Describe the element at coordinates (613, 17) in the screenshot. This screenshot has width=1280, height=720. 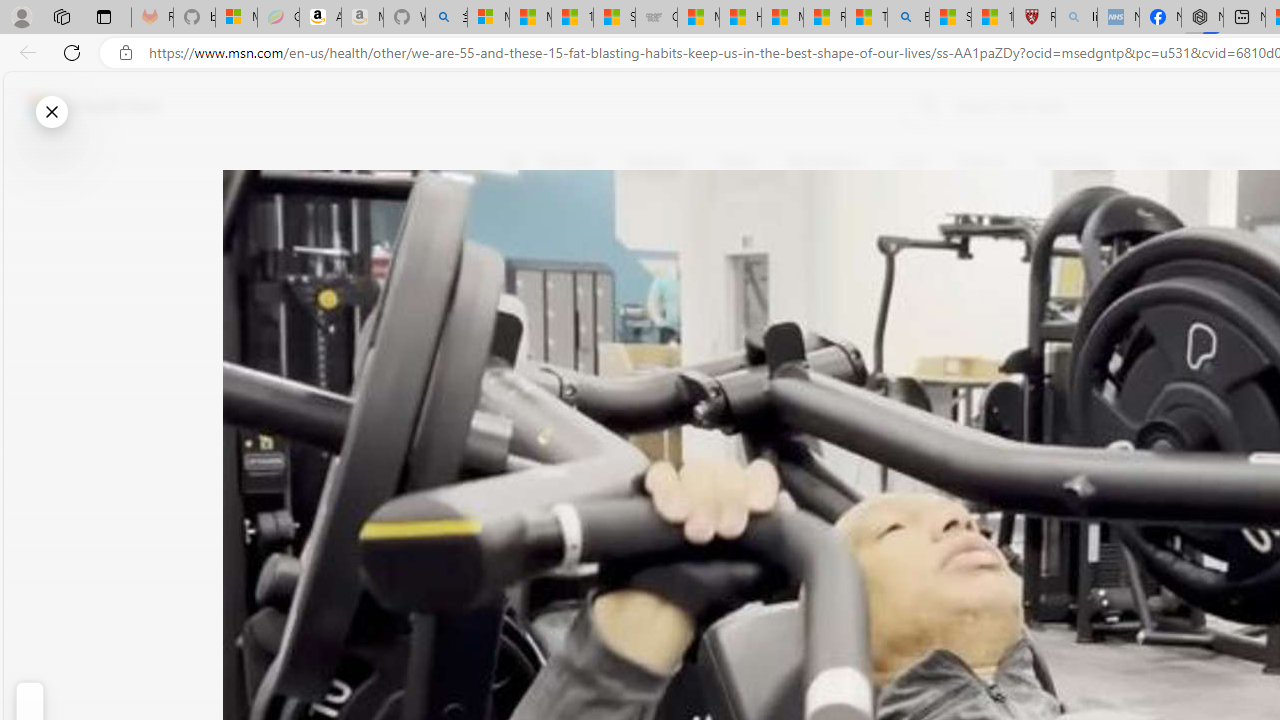
I see `'Stocks - MSN'` at that location.